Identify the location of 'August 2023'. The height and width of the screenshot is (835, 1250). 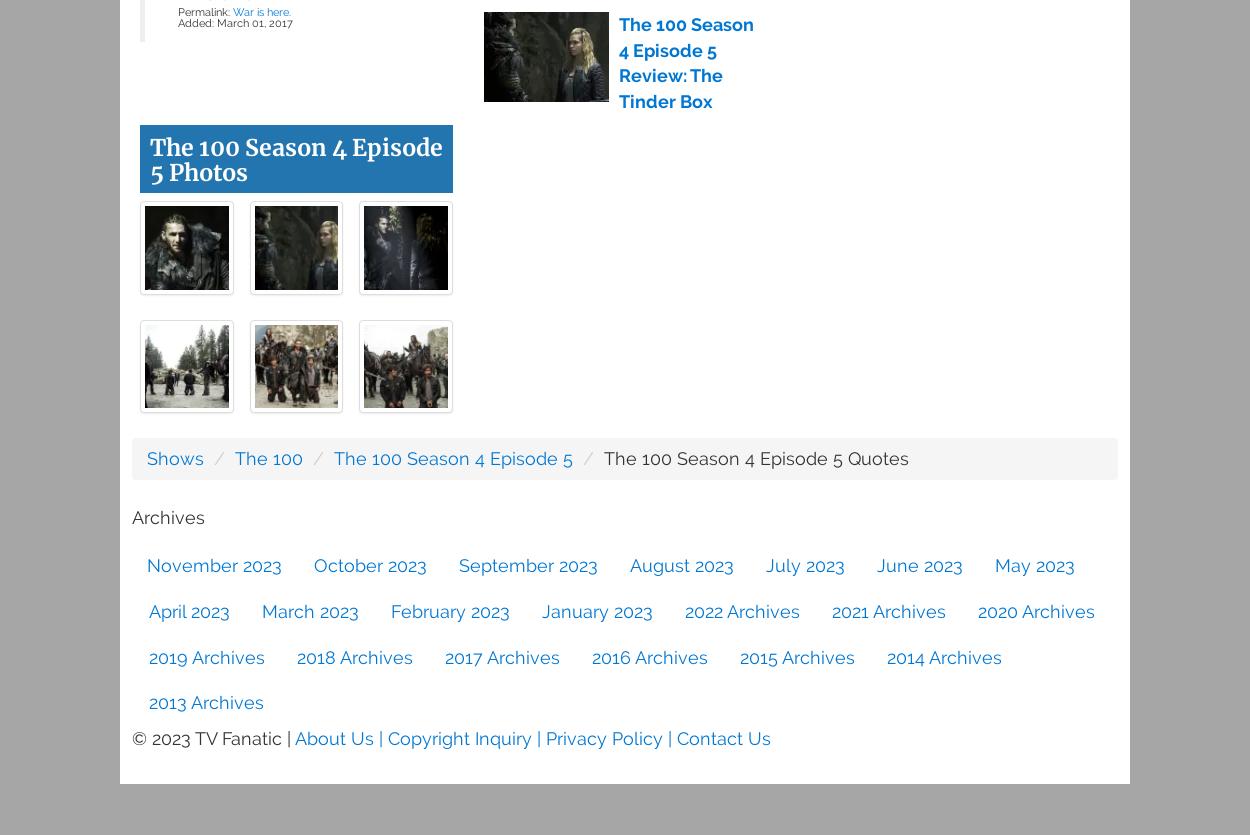
(630, 565).